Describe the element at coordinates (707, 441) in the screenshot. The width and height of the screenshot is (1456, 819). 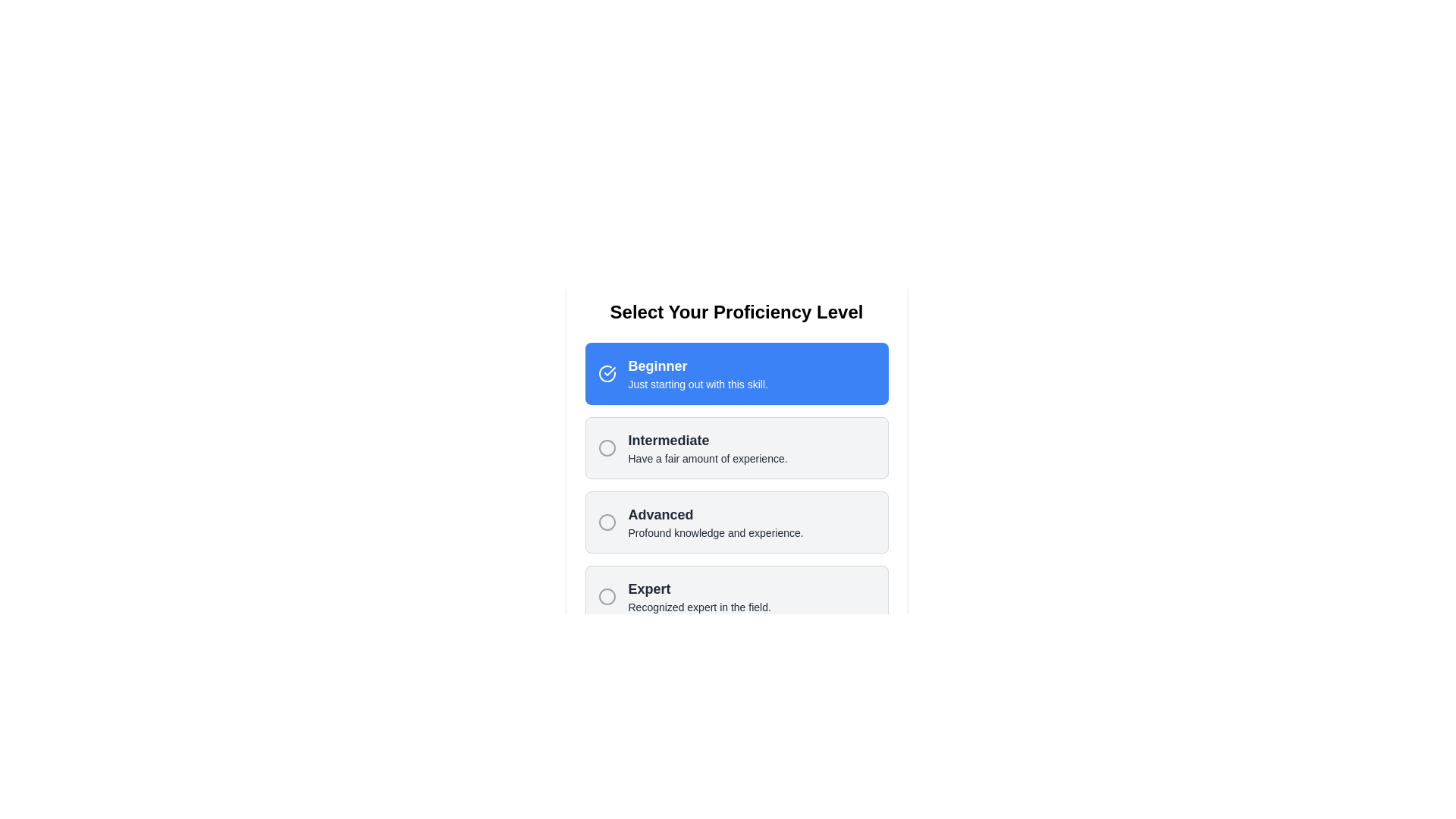
I see `the 'Intermediate' label, which is the bold header of the second option in the 'Select Your Proficiency Level' list` at that location.